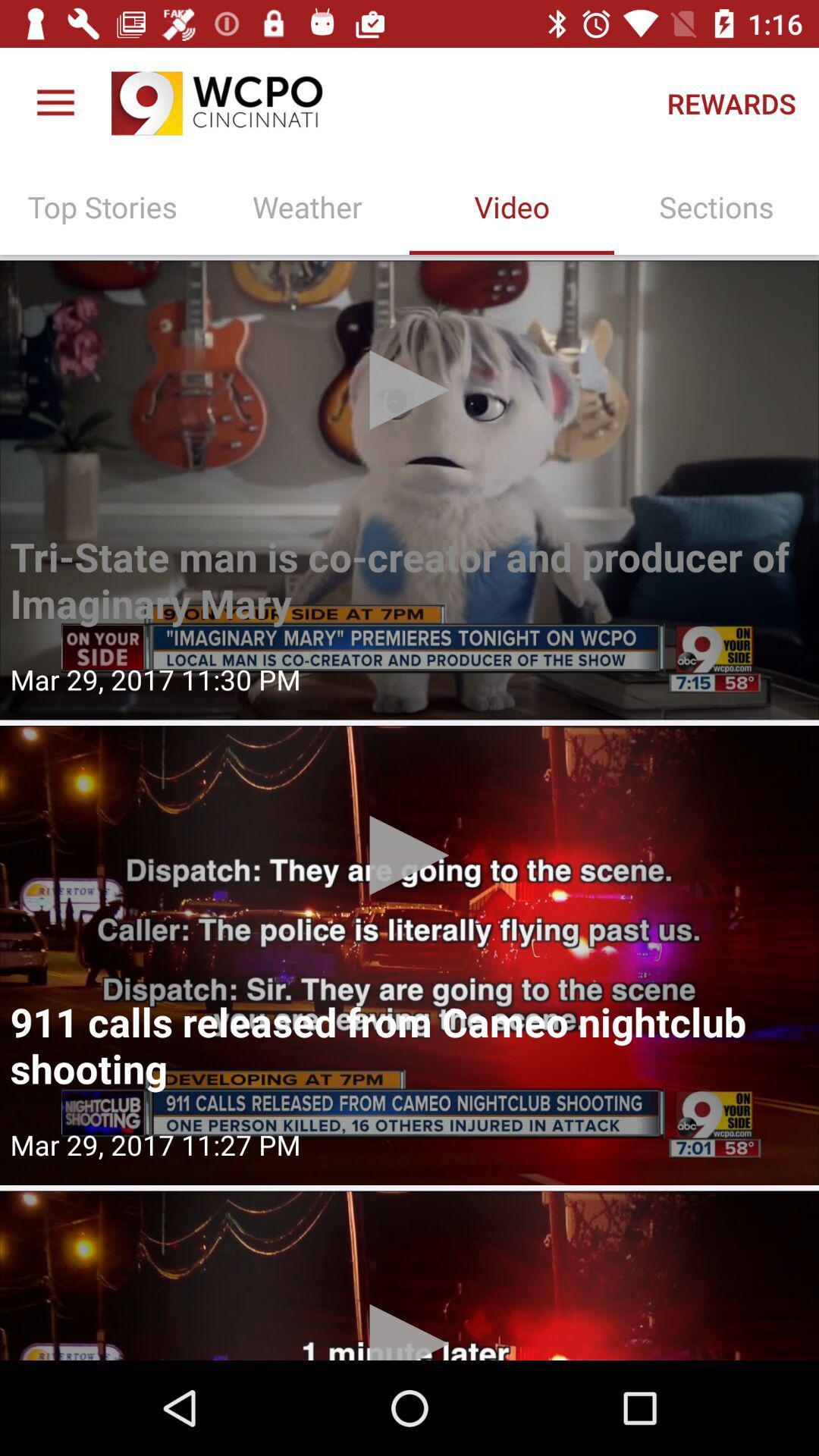  I want to click on open video, so click(409, 1275).